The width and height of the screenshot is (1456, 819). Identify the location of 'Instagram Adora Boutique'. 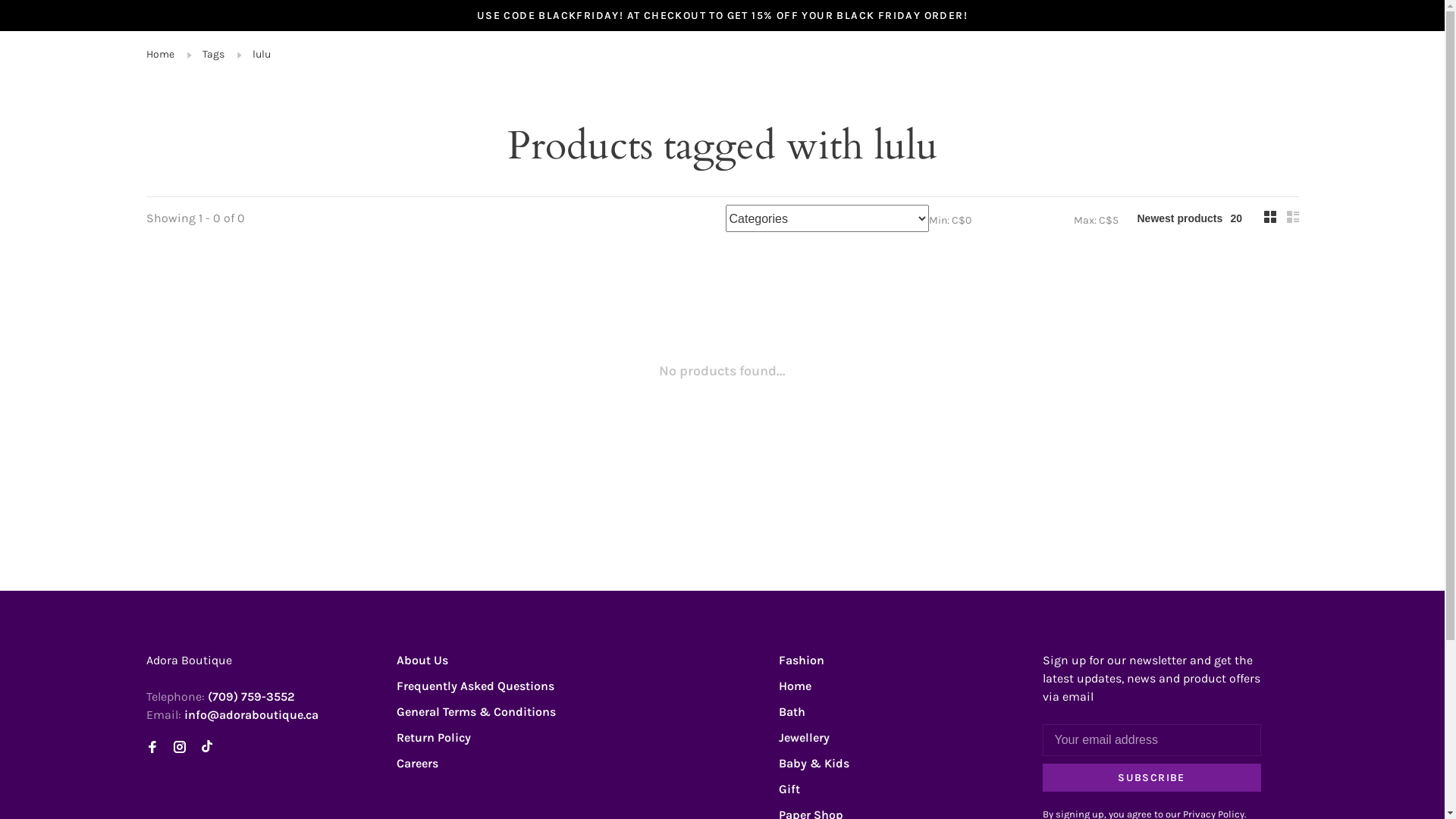
(178, 747).